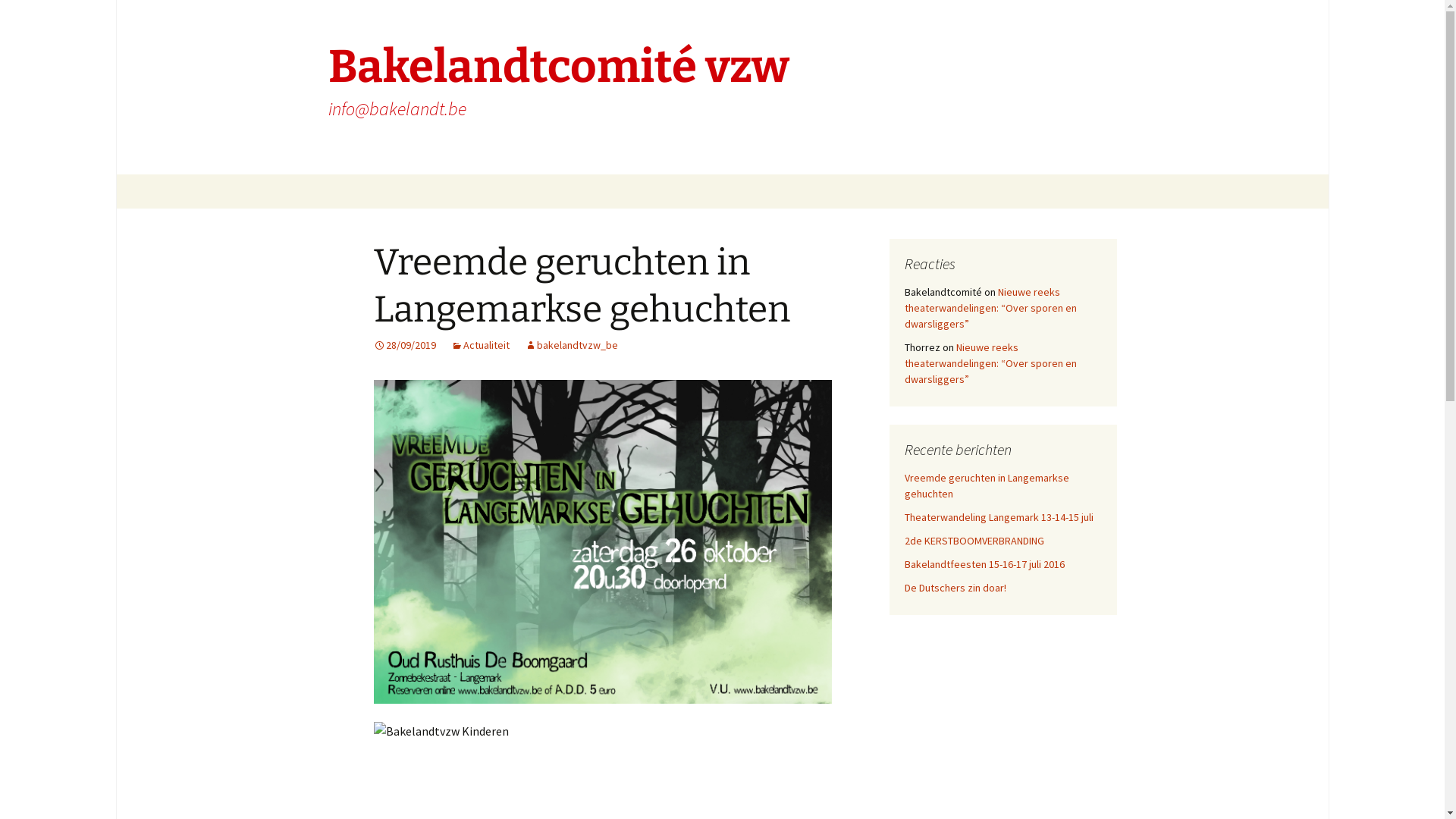 The height and width of the screenshot is (819, 1456). I want to click on 'Theaterwandeling Langemark 13-14-15 juli', so click(903, 516).